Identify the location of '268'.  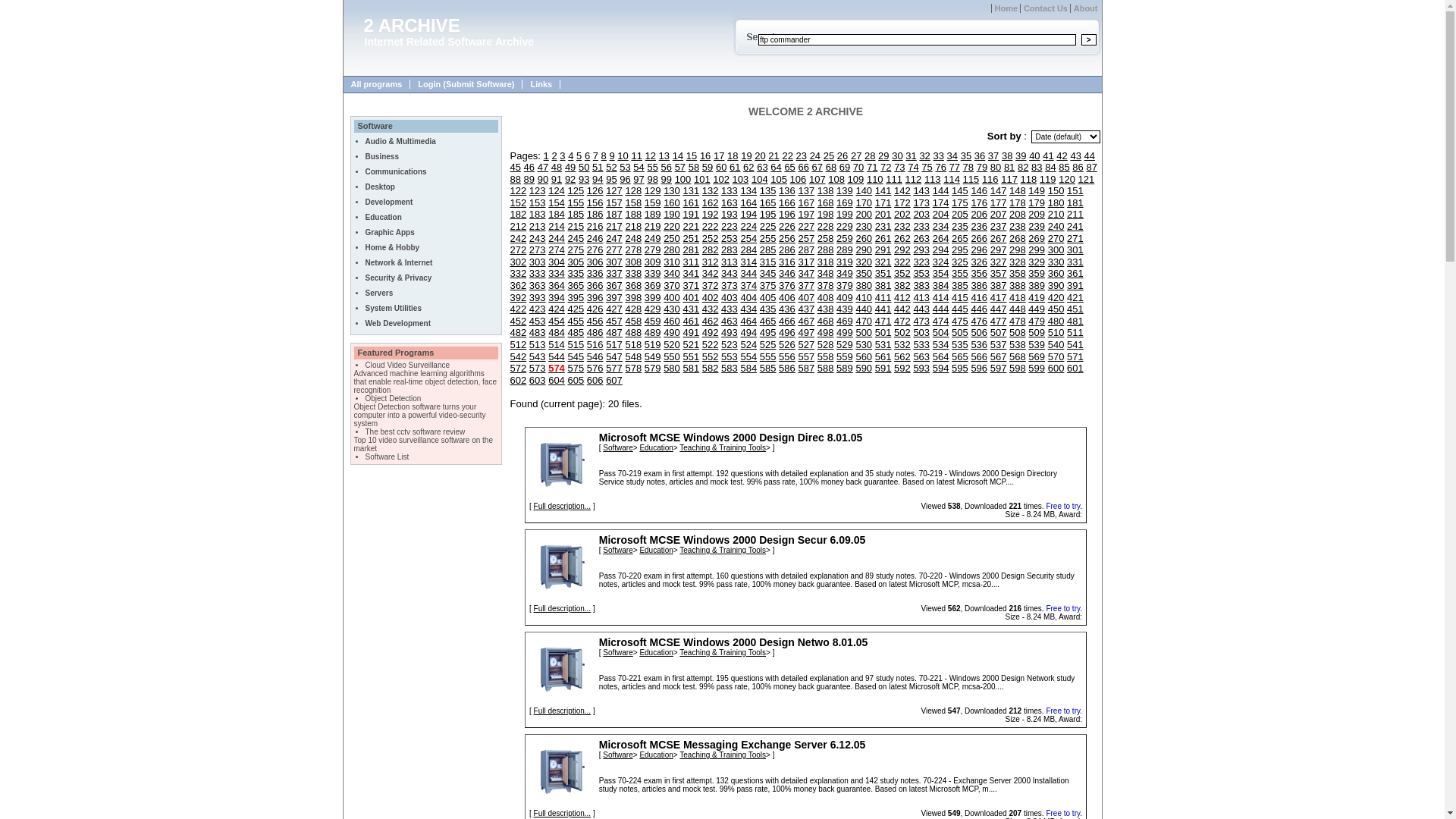
(1018, 238).